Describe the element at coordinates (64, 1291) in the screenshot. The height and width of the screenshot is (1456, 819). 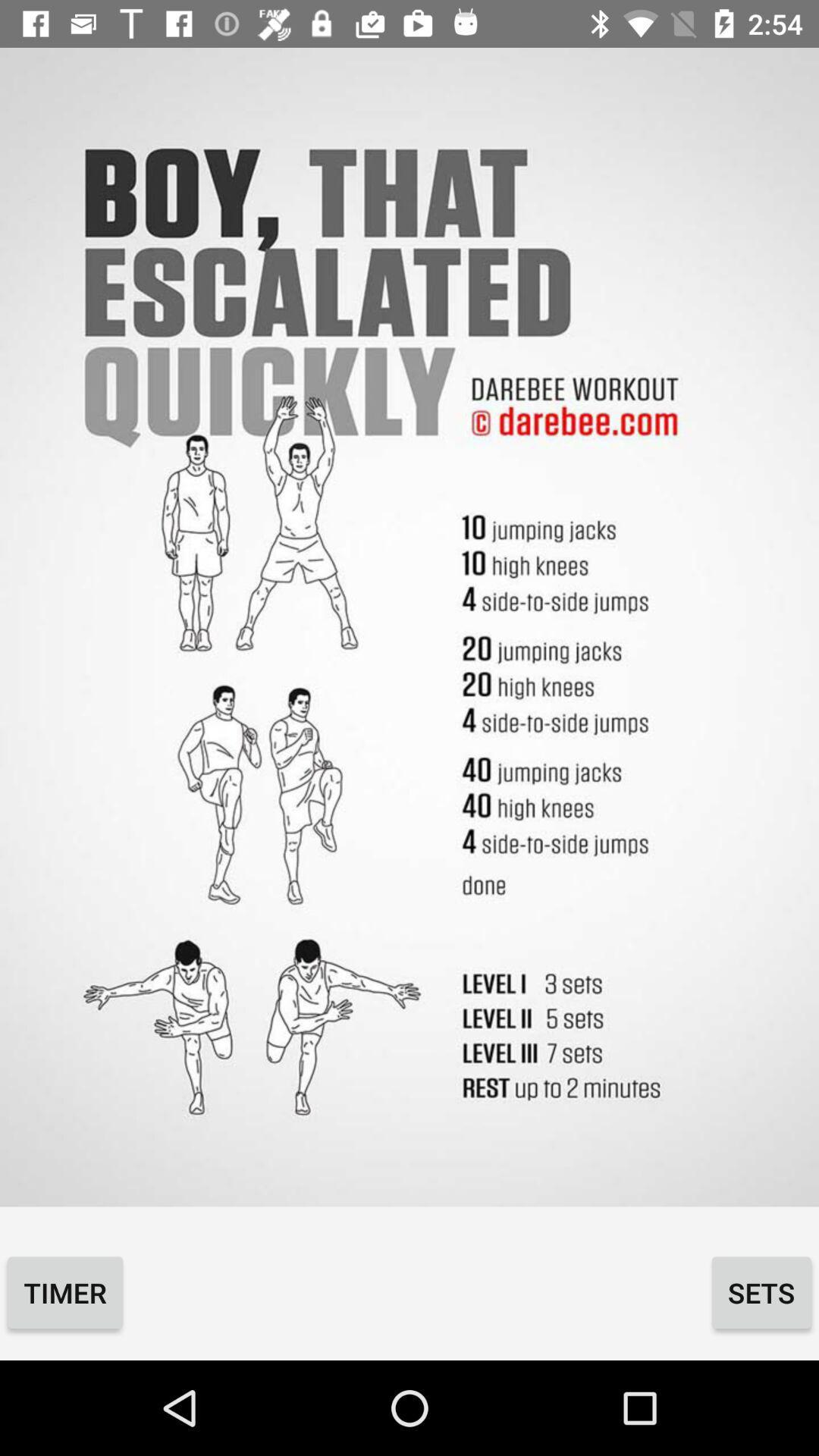
I see `the timer` at that location.